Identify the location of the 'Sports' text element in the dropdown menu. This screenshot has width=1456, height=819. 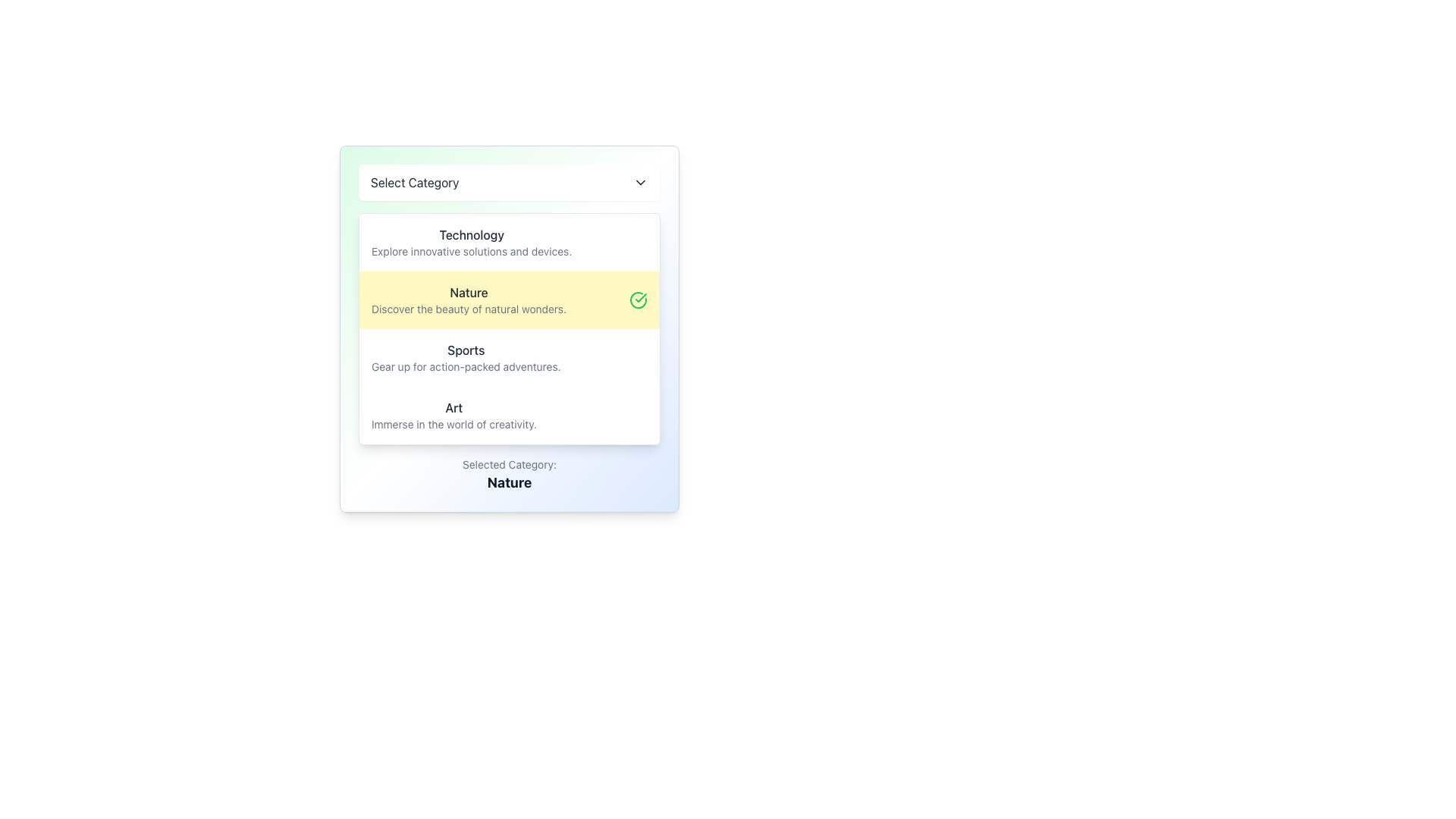
(465, 357).